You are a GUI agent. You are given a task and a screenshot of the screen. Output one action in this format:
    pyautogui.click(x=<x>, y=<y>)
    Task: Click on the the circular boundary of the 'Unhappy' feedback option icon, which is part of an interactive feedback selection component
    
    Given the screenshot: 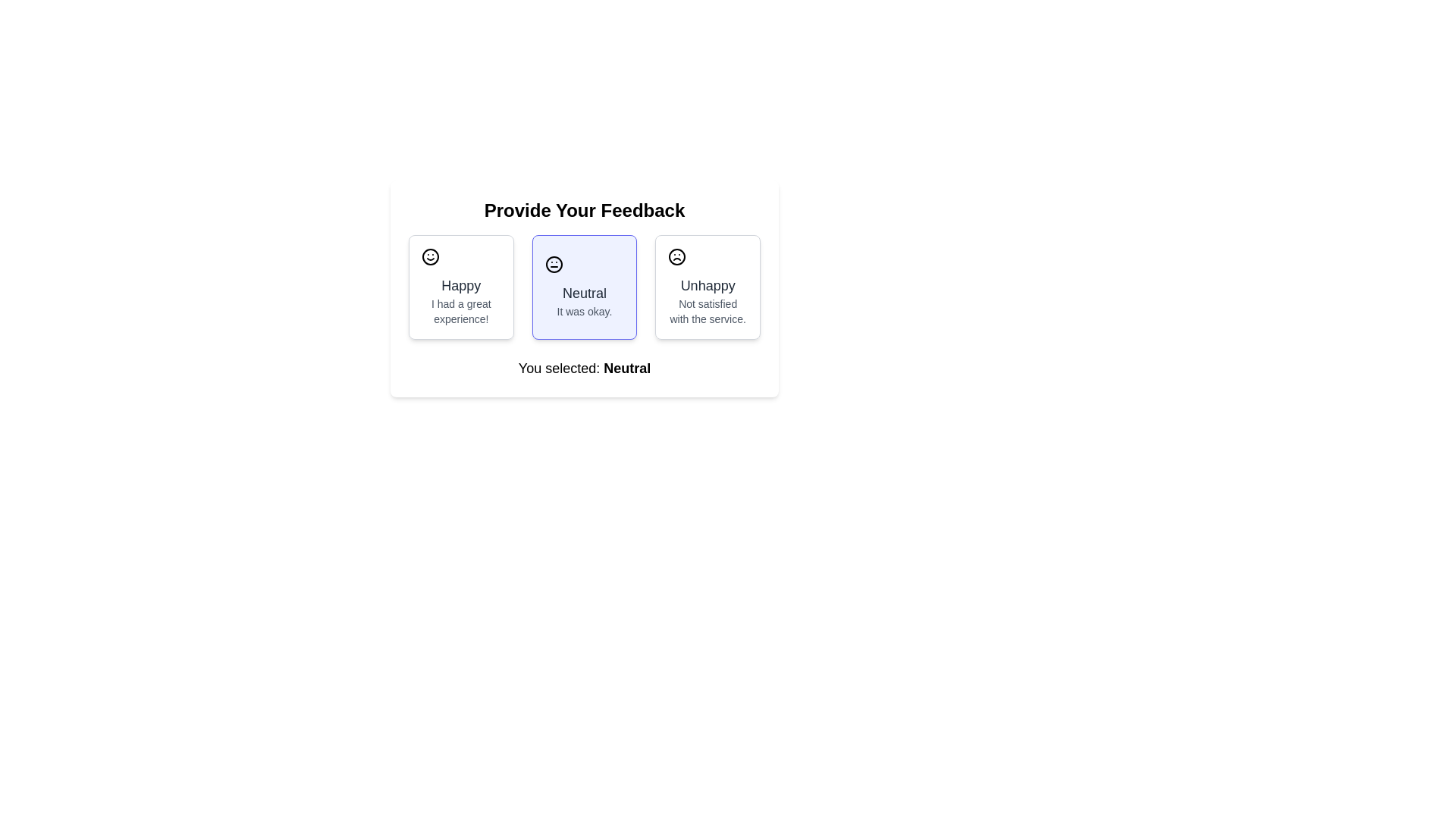 What is the action you would take?
    pyautogui.click(x=676, y=256)
    